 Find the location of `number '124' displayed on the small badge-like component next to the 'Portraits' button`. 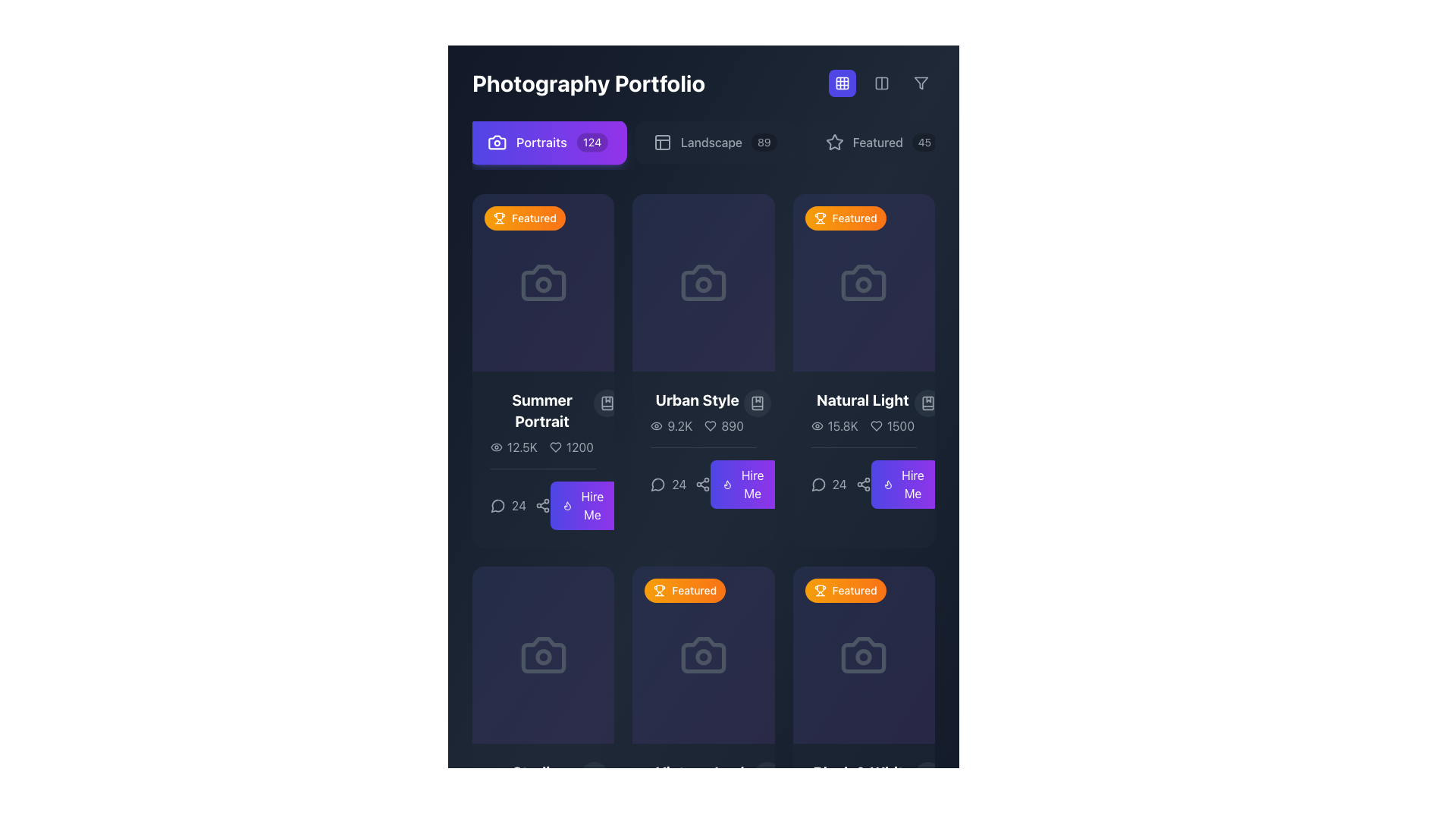

number '124' displayed on the small badge-like component next to the 'Portraits' button is located at coordinates (591, 143).